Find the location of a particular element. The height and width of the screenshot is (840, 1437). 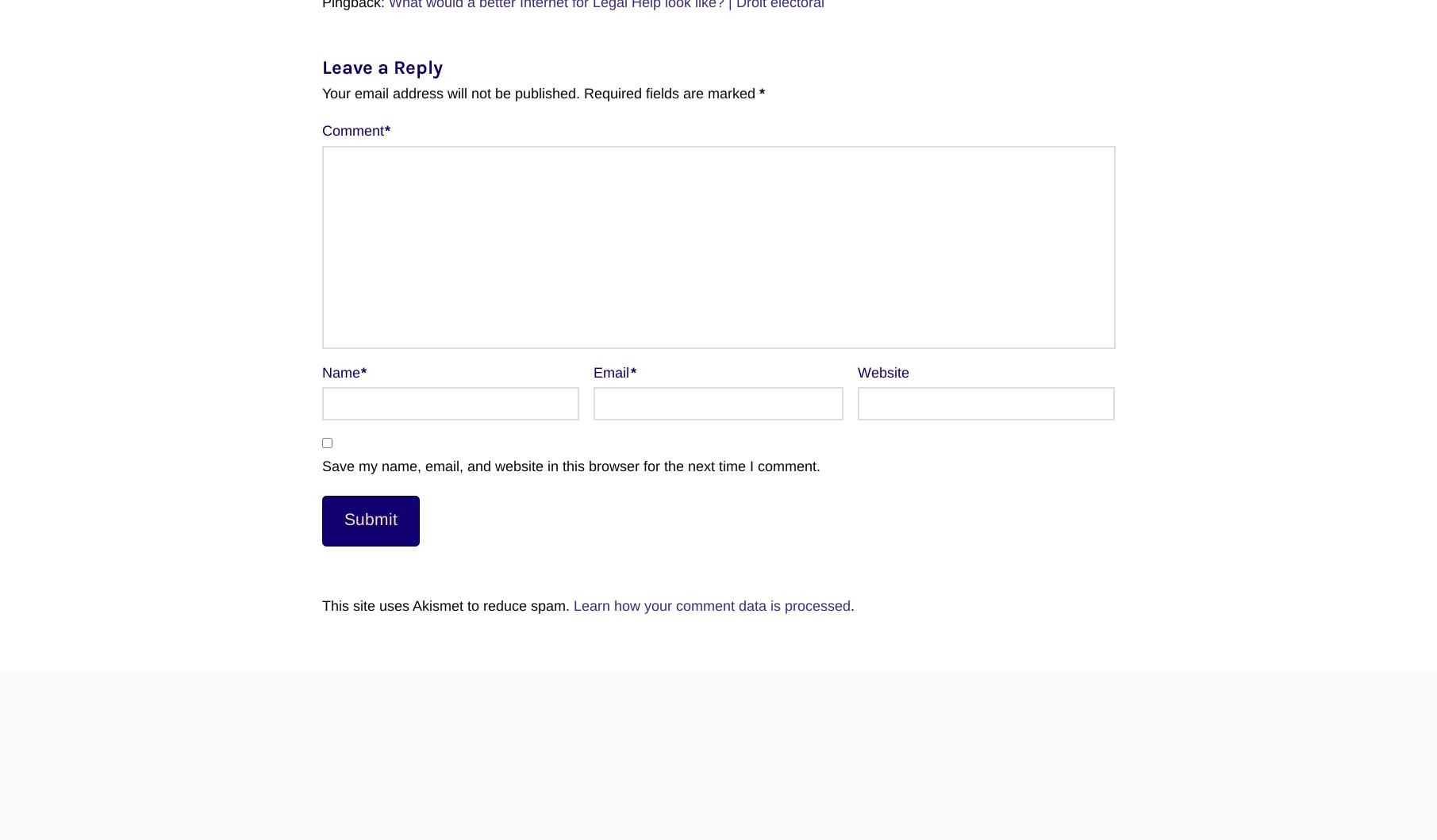

'Name' is located at coordinates (342, 372).